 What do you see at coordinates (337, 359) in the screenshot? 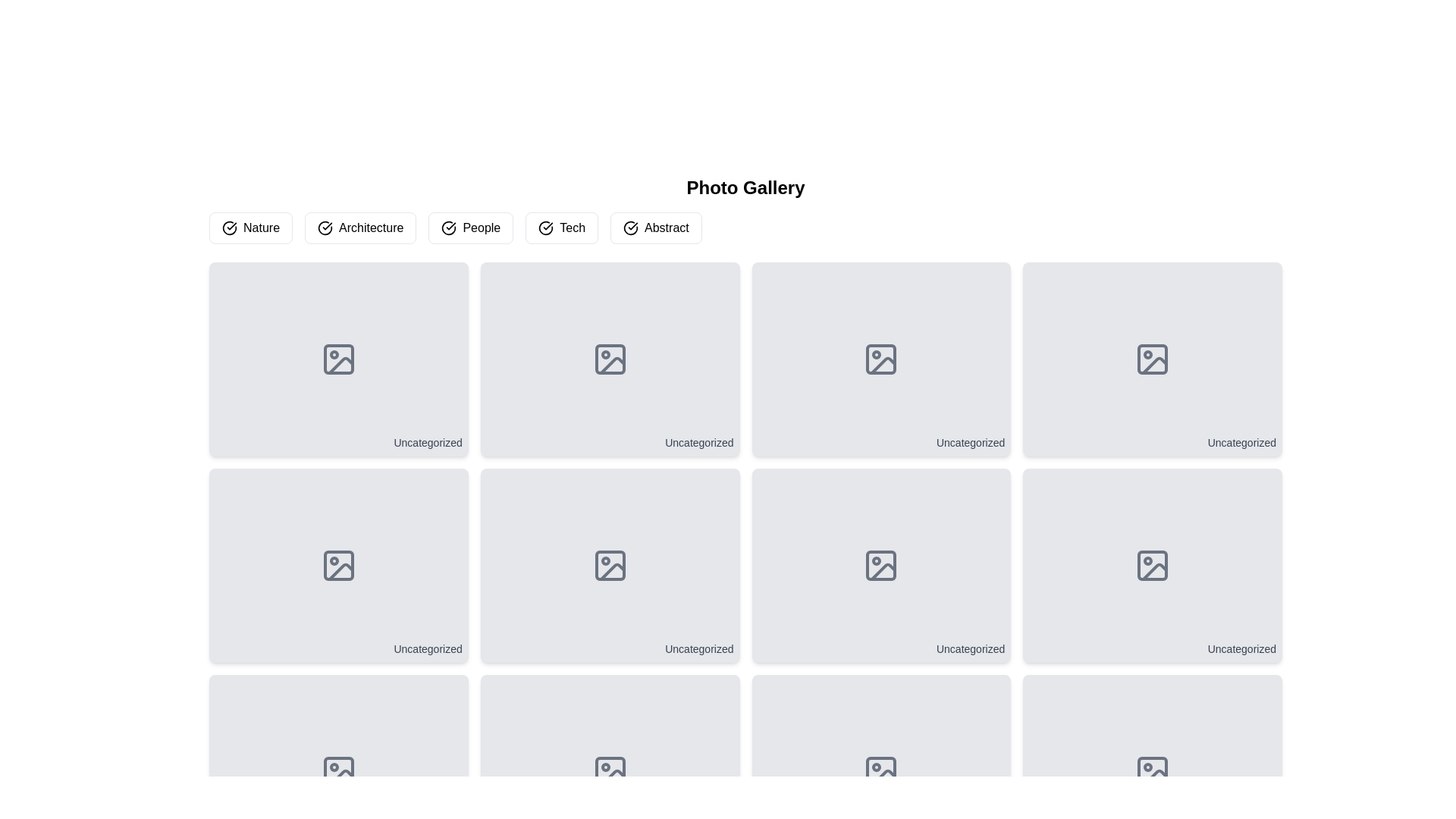
I see `the central square element within the image icon located in the top-left cell of a grid layout` at bounding box center [337, 359].